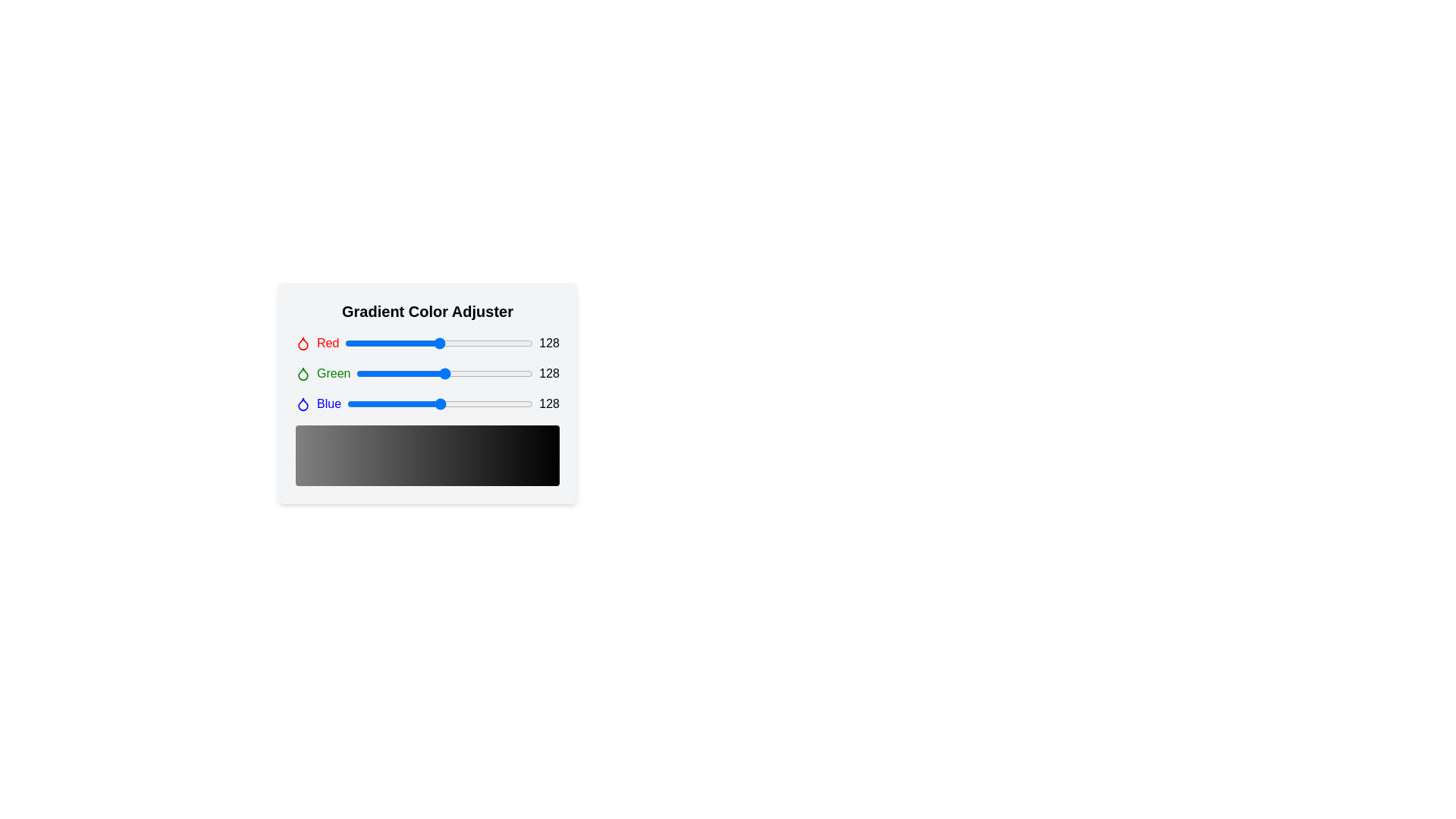 The image size is (1456, 819). Describe the element at coordinates (435, 374) in the screenshot. I see `the green slider to 115` at that location.